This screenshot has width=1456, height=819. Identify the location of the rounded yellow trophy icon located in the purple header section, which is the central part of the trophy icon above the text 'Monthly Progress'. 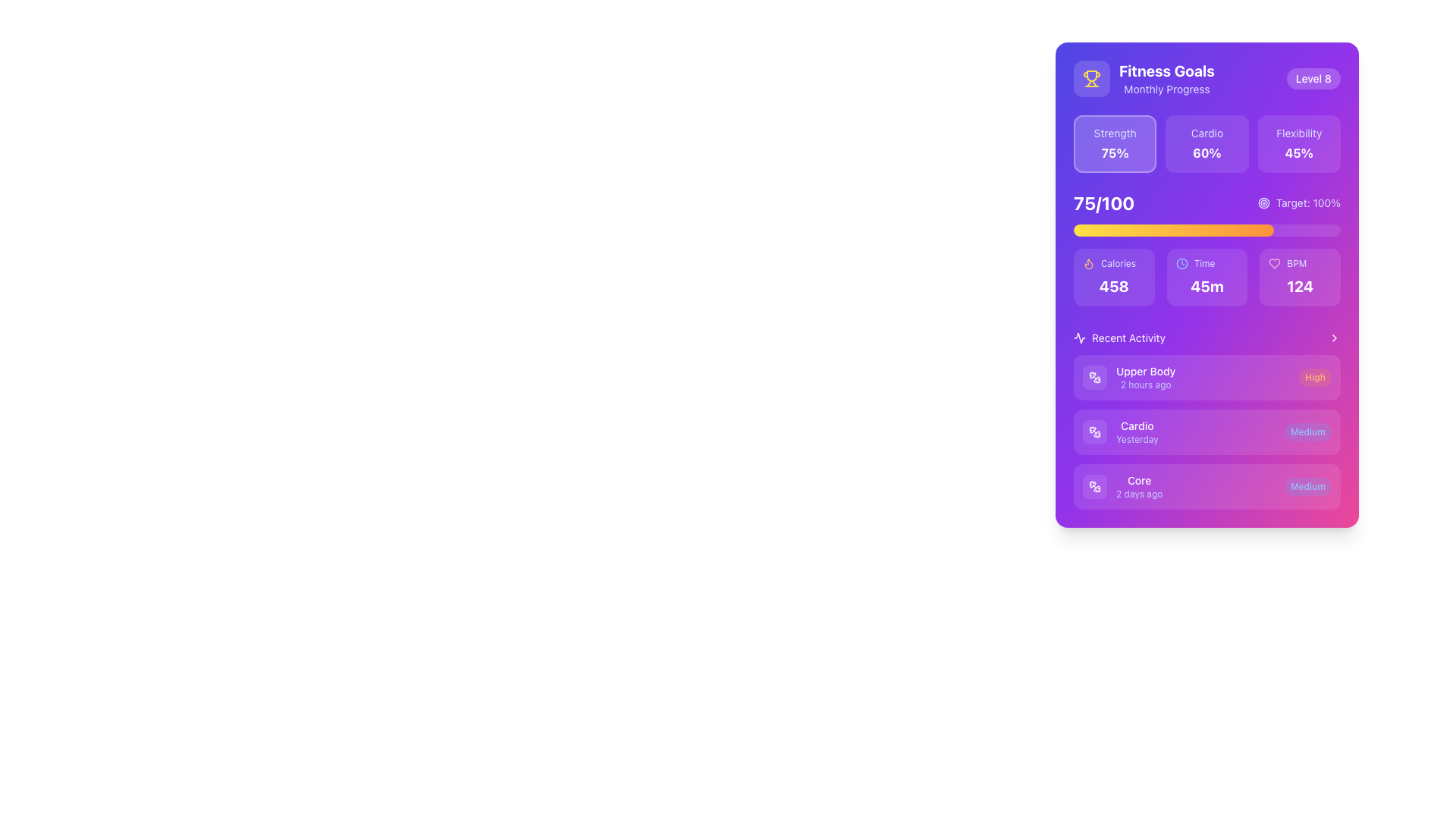
(1092, 76).